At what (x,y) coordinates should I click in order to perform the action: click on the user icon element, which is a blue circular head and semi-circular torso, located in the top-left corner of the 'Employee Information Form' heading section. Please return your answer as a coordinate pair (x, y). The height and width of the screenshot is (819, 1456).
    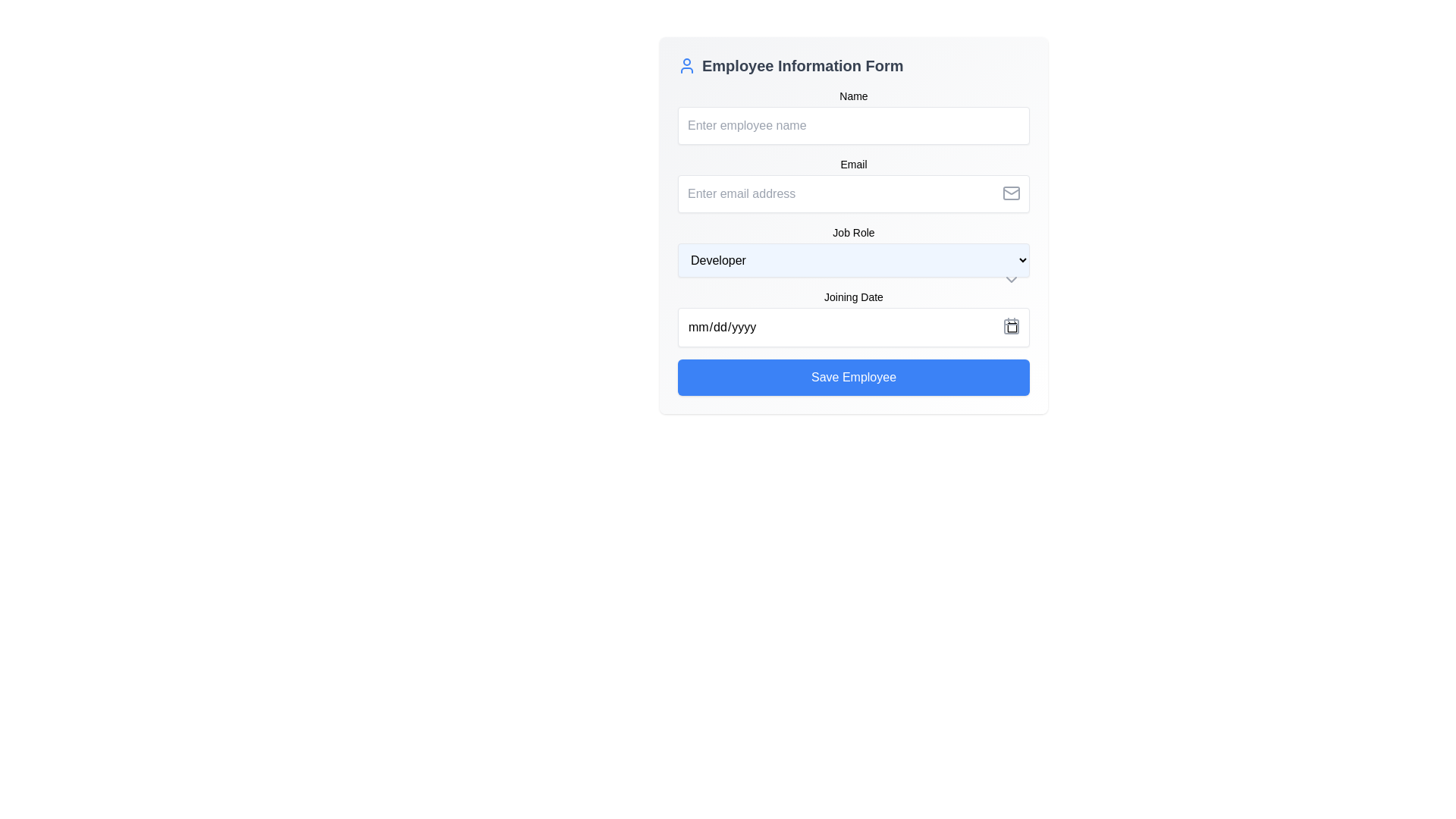
    Looking at the image, I should click on (686, 65).